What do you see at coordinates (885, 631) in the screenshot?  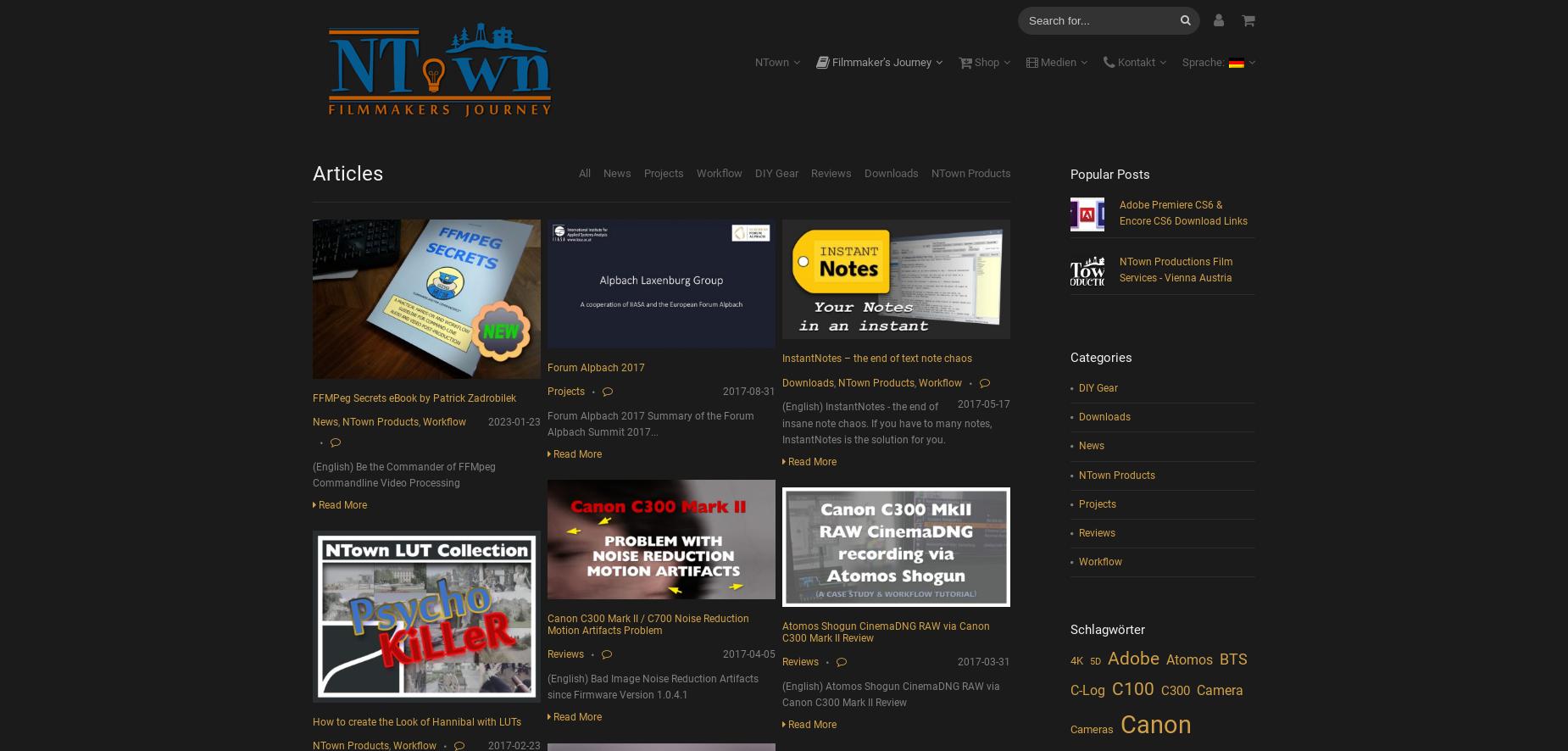 I see `'Atomos Shogun CinemaDNG RAW via Canon C300 Mark II Review'` at bounding box center [885, 631].